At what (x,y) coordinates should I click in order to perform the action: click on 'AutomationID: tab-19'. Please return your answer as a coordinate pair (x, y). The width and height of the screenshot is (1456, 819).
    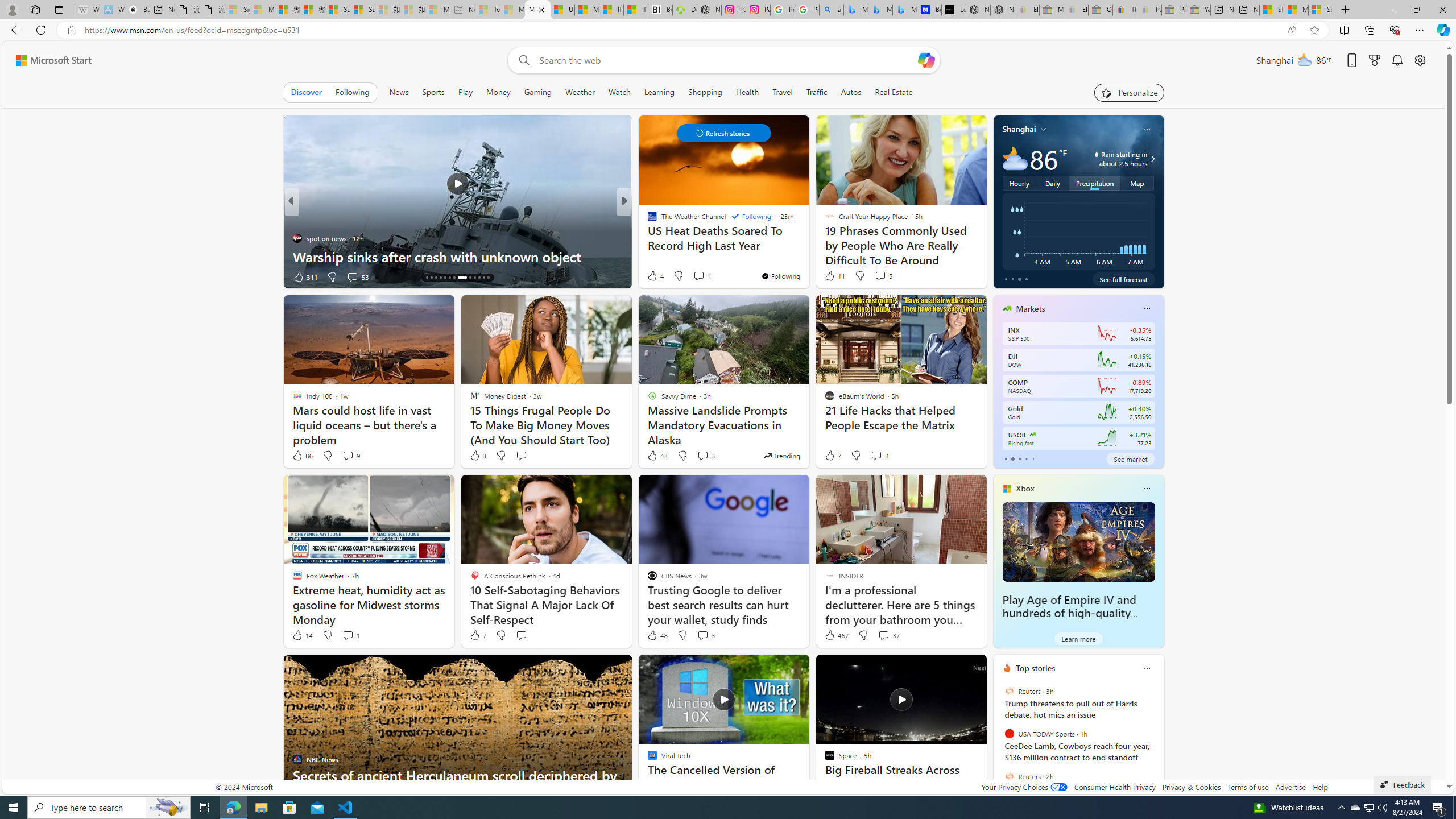
    Looking at the image, I should click on (449, 277).